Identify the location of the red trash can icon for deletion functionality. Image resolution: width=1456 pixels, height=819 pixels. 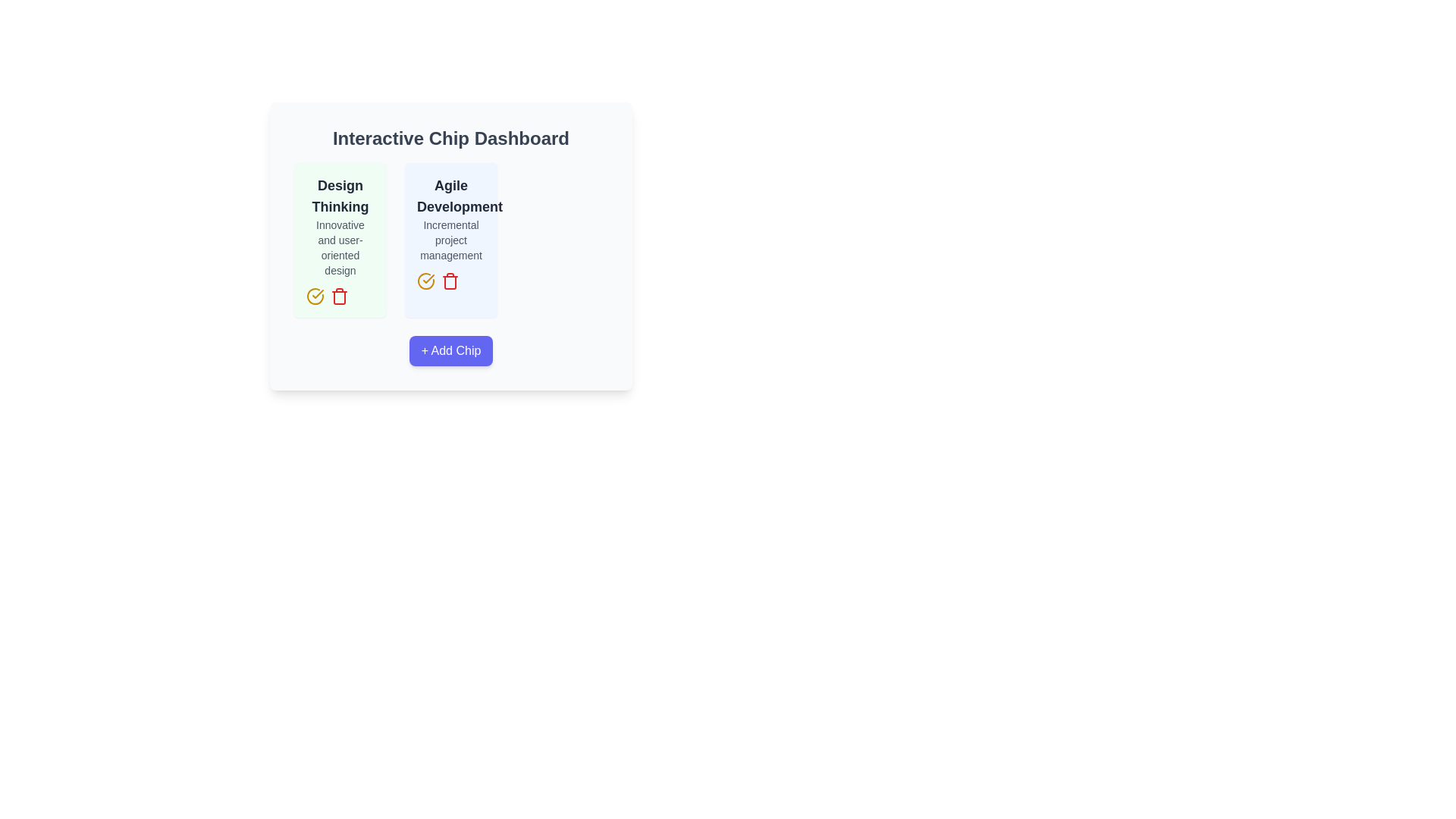
(338, 296).